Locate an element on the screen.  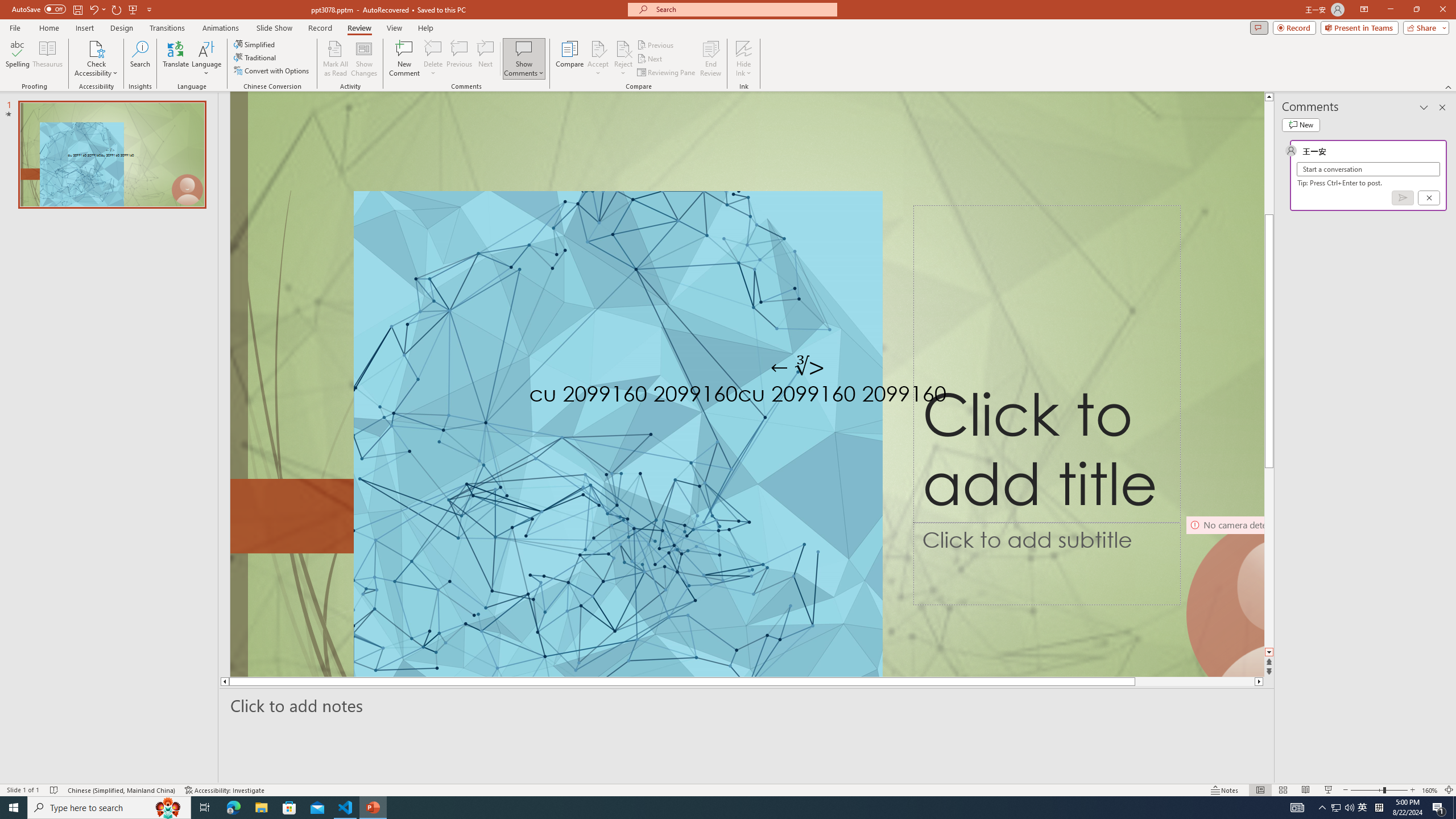
'Previous' is located at coordinates (656, 44).